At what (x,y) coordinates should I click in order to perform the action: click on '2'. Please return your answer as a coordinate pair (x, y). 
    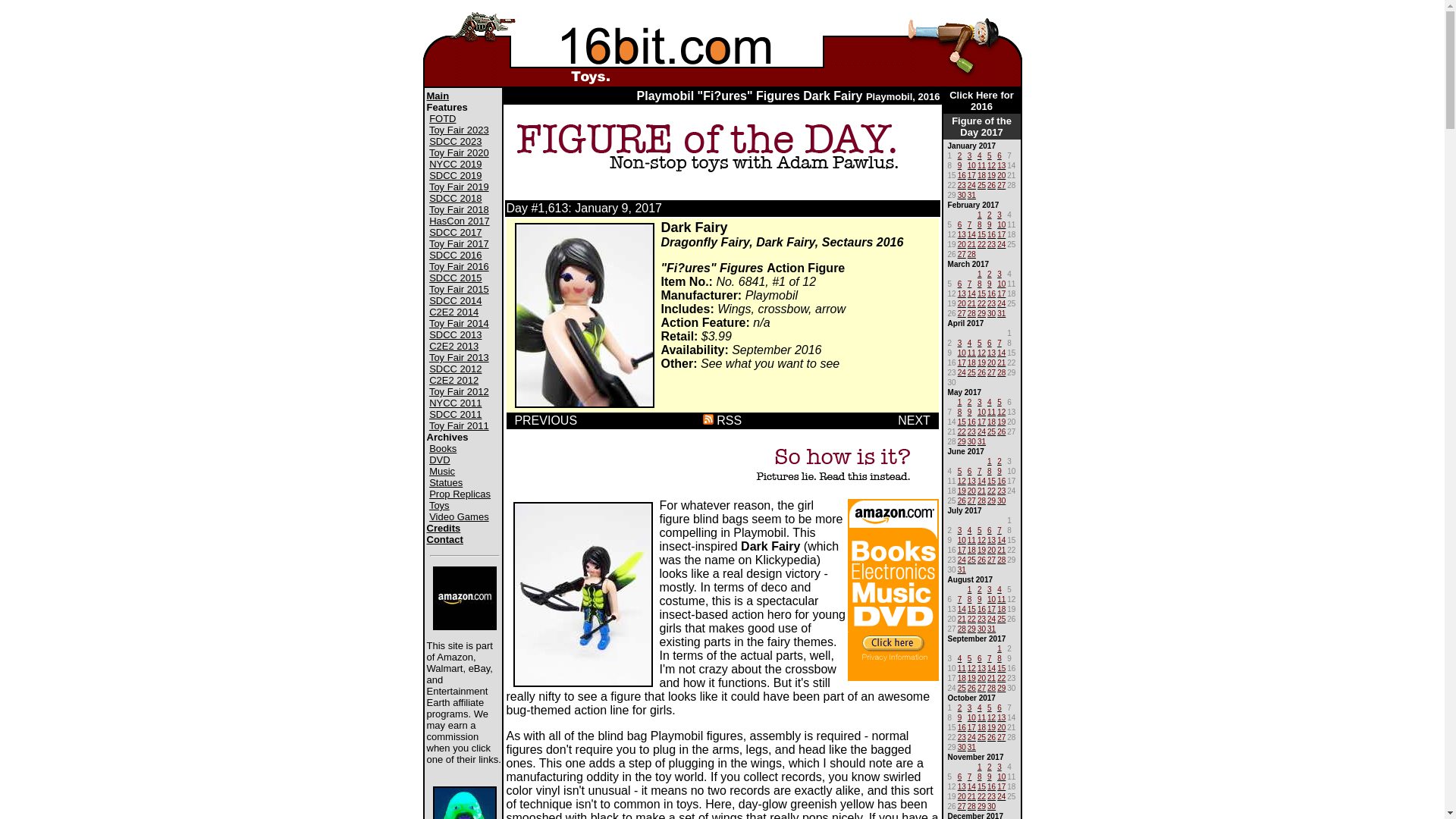
    Looking at the image, I should click on (959, 154).